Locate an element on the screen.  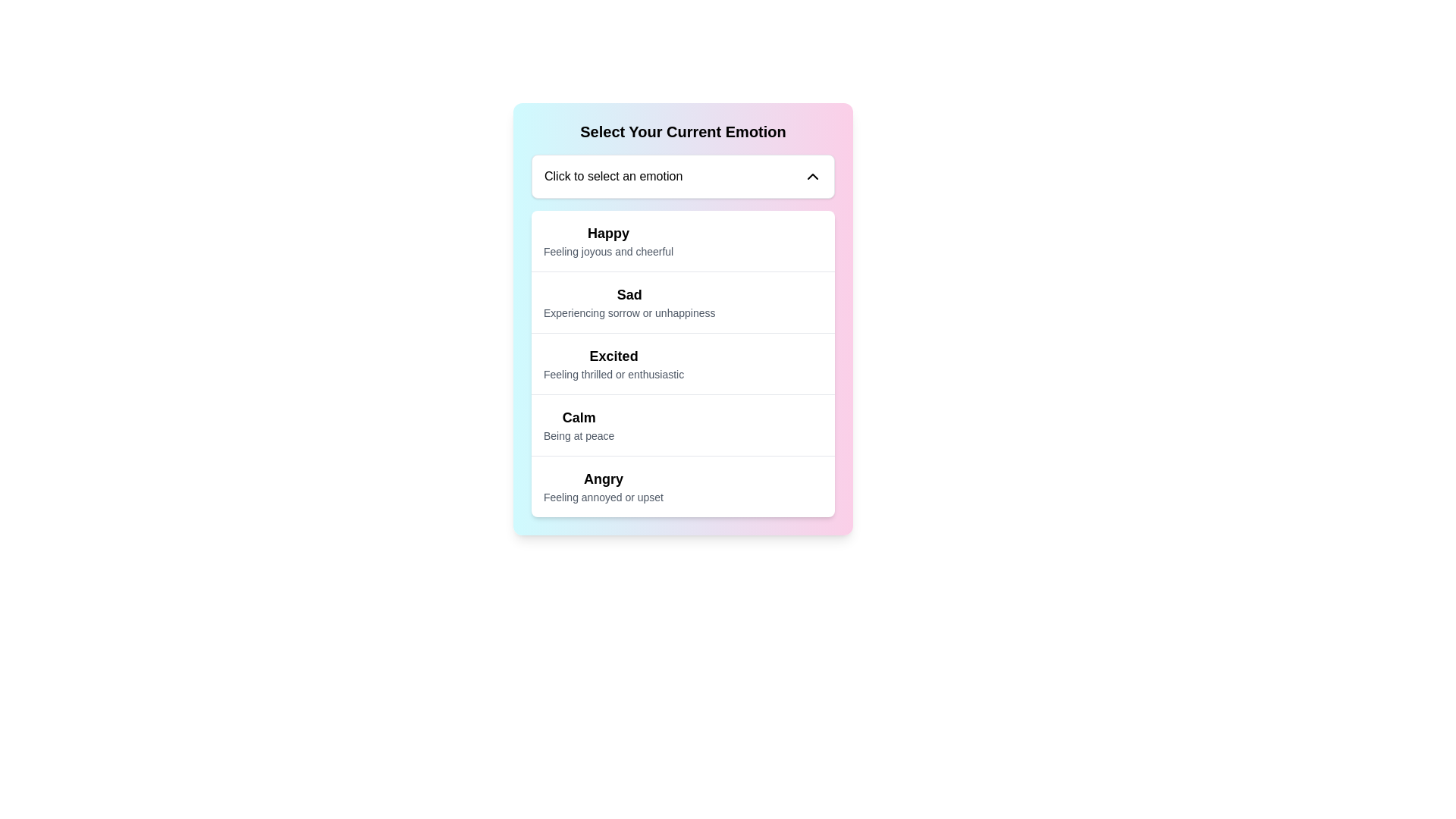
to select the first list item titled 'Happy' with the subtitle 'Feeling joyous and cheerful' is located at coordinates (682, 240).